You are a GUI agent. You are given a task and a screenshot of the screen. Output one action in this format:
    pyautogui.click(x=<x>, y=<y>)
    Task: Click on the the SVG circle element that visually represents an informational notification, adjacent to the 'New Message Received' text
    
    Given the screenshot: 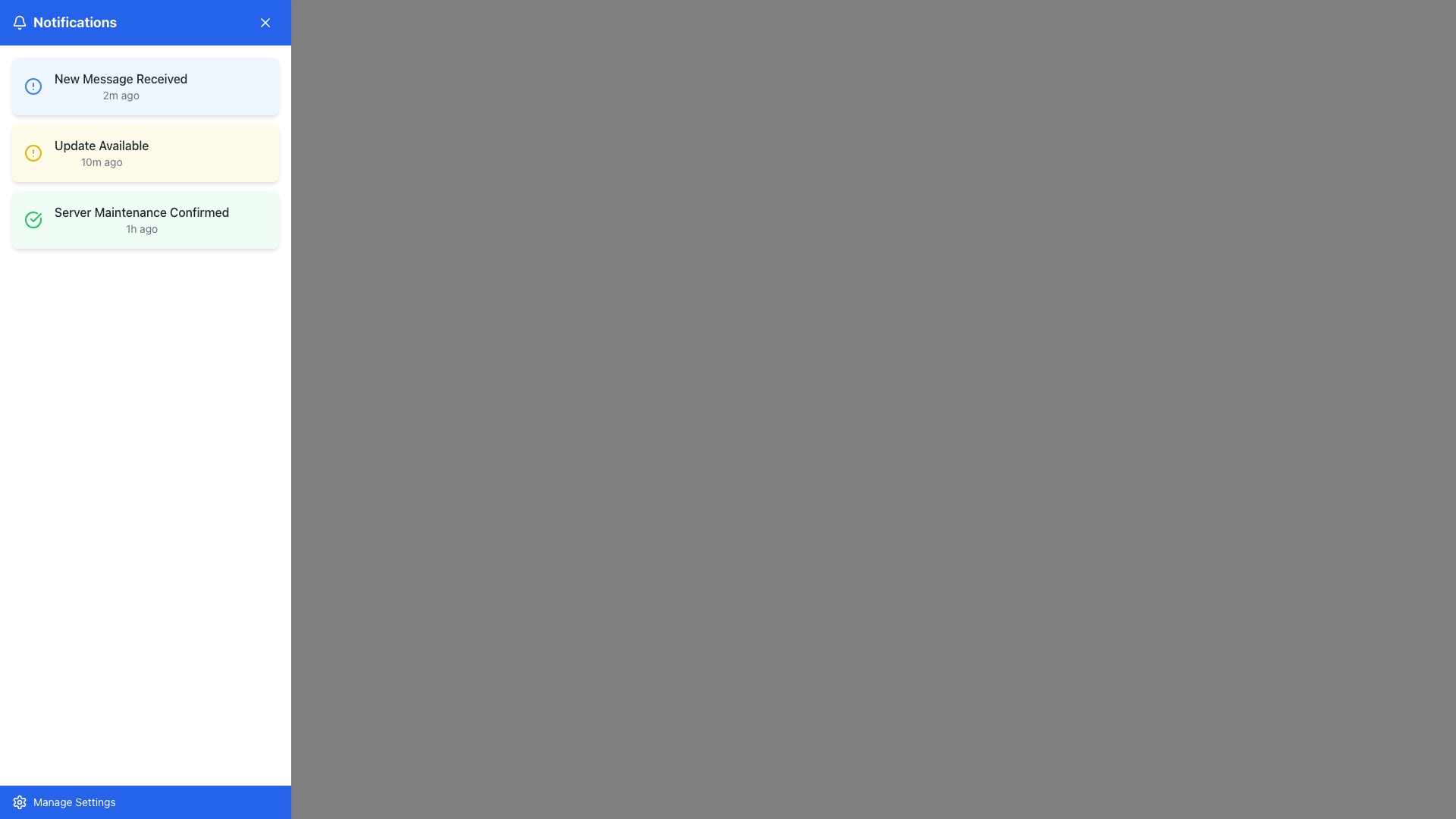 What is the action you would take?
    pyautogui.click(x=33, y=86)
    